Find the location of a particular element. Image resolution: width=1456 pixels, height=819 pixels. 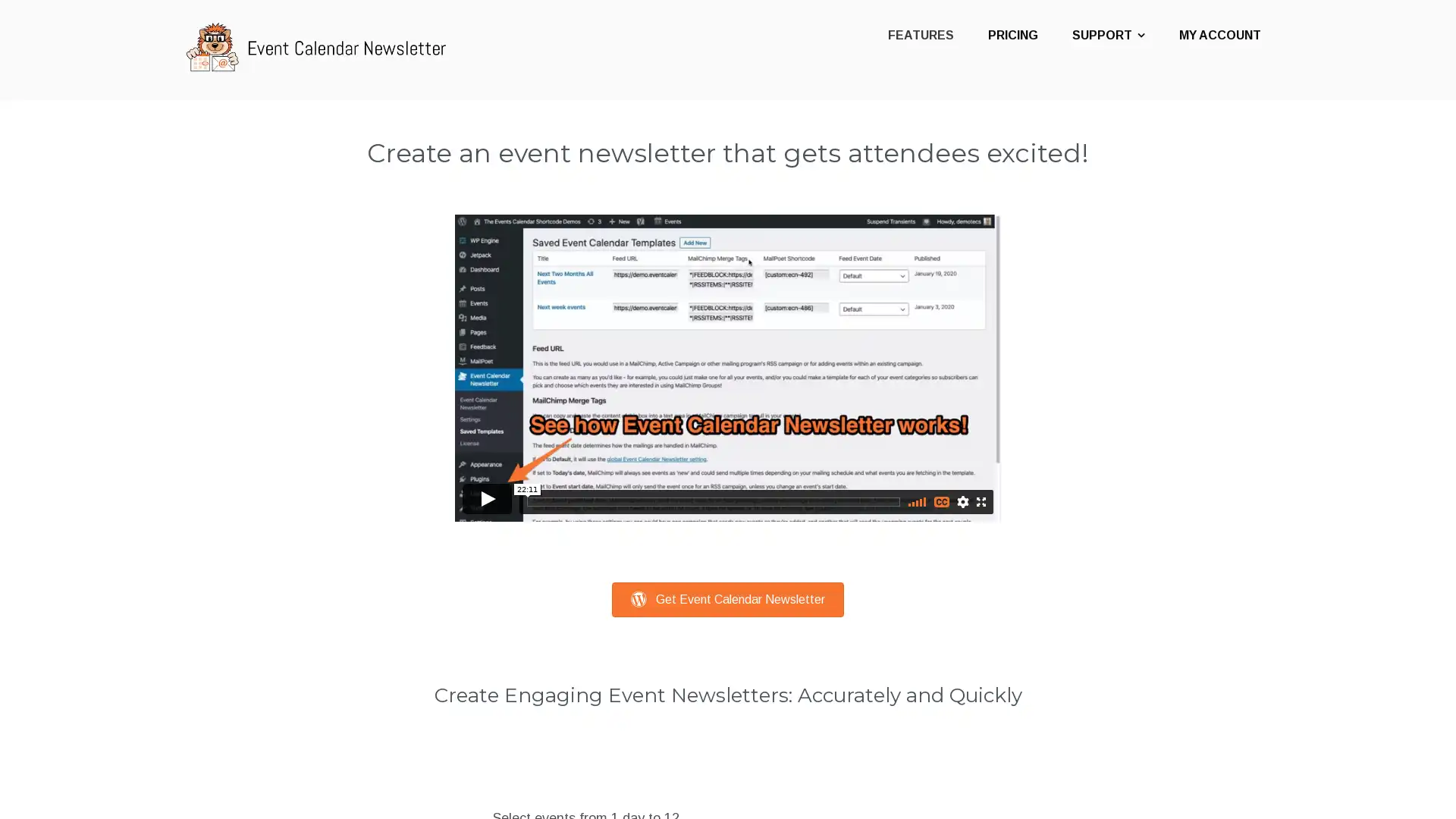

Get Event Calendar Newsletter is located at coordinates (728, 598).